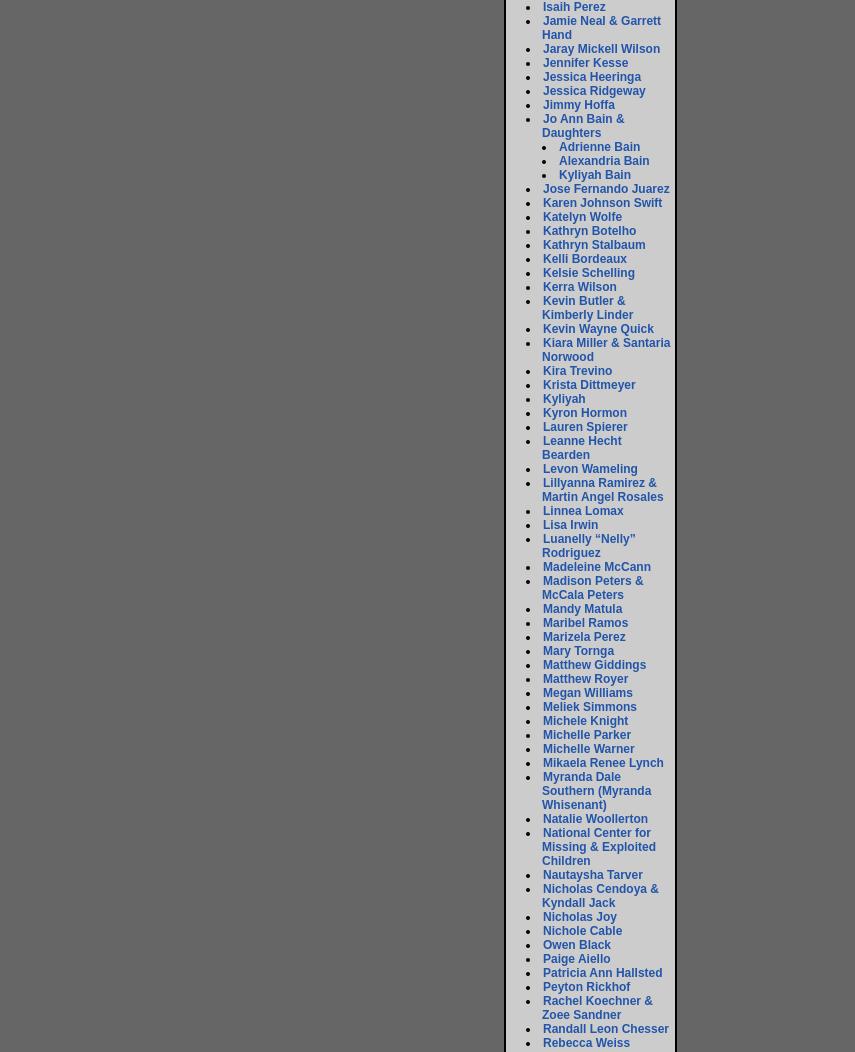 The height and width of the screenshot is (1052, 855). Describe the element at coordinates (596, 567) in the screenshot. I see `'Madeleine McCann'` at that location.